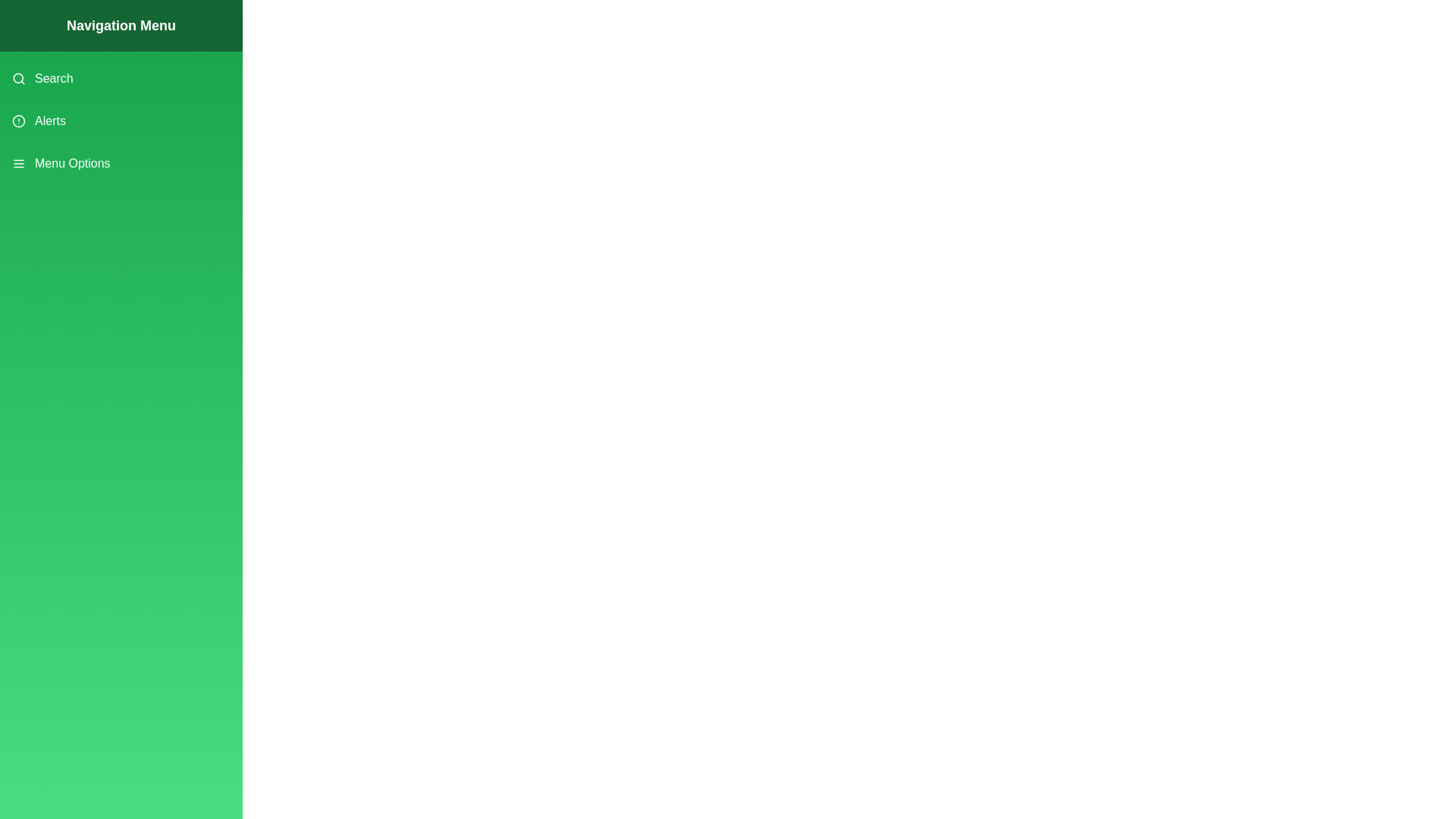 This screenshot has width=1456, height=819. What do you see at coordinates (29, 29) in the screenshot?
I see `the toggle button to toggle the drawer's open/close state` at bounding box center [29, 29].